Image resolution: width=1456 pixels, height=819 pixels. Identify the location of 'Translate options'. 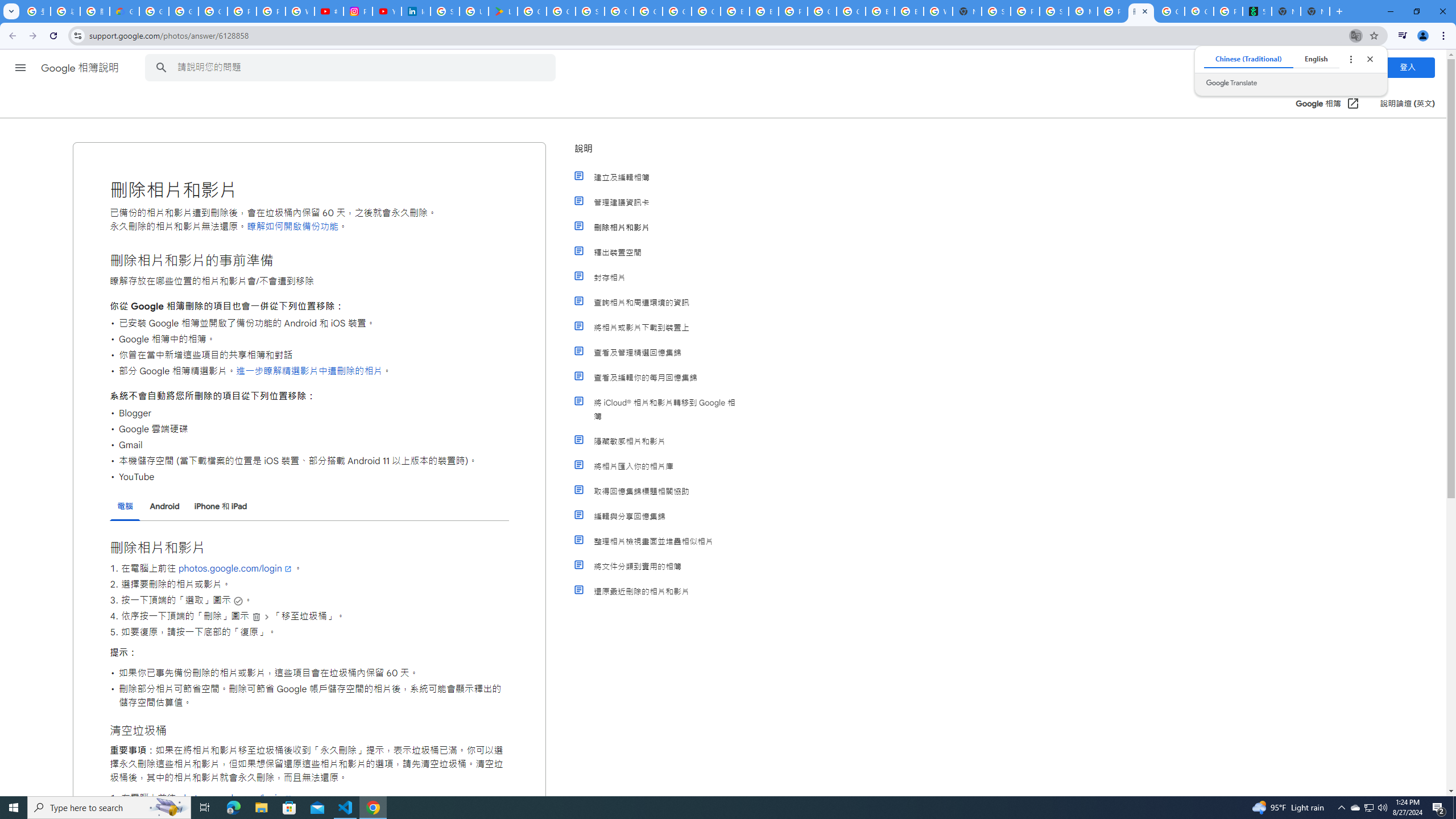
(1350, 59).